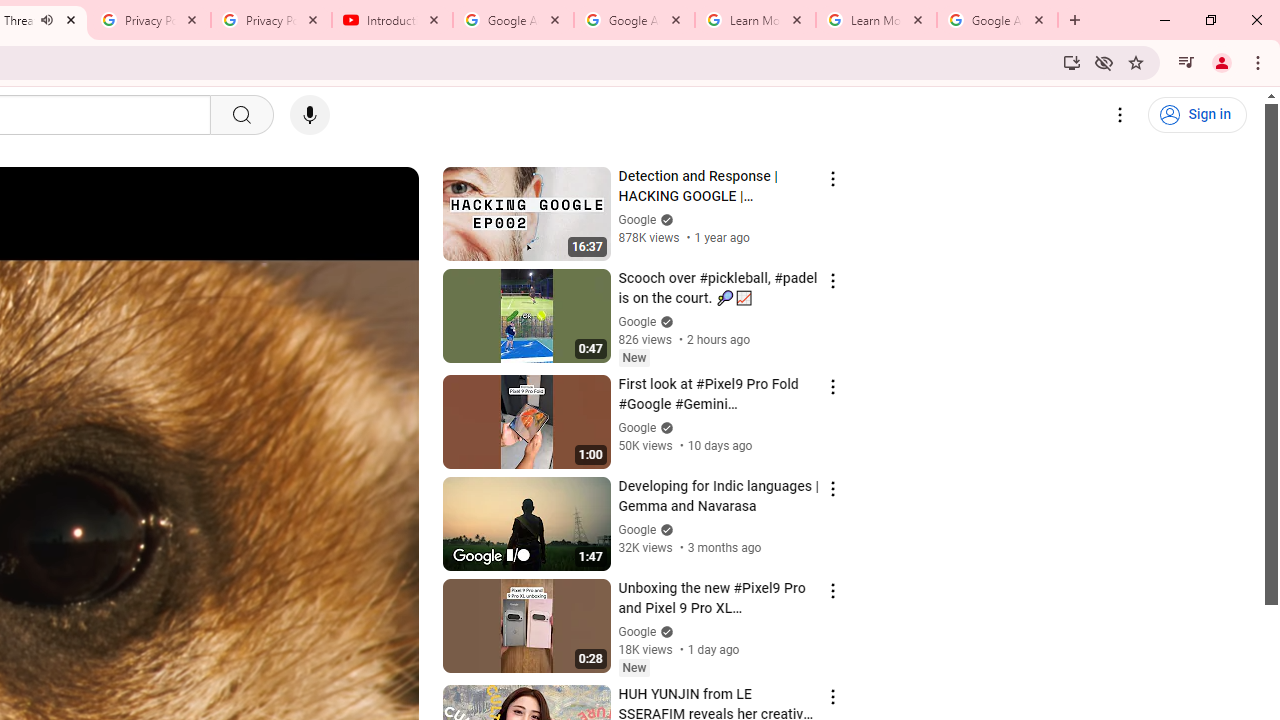 This screenshot has width=1280, height=720. I want to click on 'Introduction | Google Privacy Policy - YouTube', so click(392, 20).